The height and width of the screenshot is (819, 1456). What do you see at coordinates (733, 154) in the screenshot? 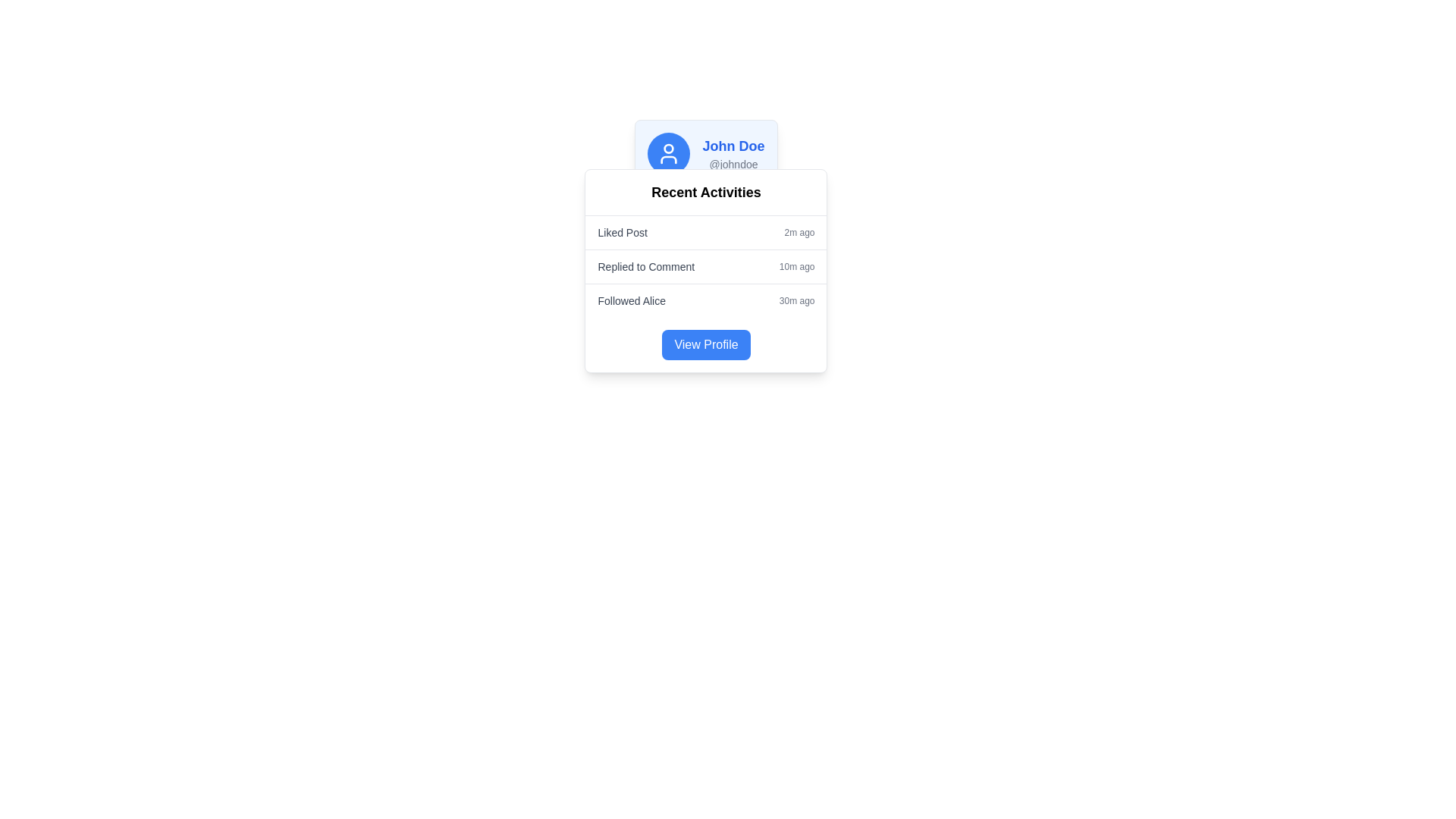
I see `the text display that shows the username and handle, styled with the name in bold blue and the handle in smaller gray font, located in the top section of the interface` at bounding box center [733, 154].